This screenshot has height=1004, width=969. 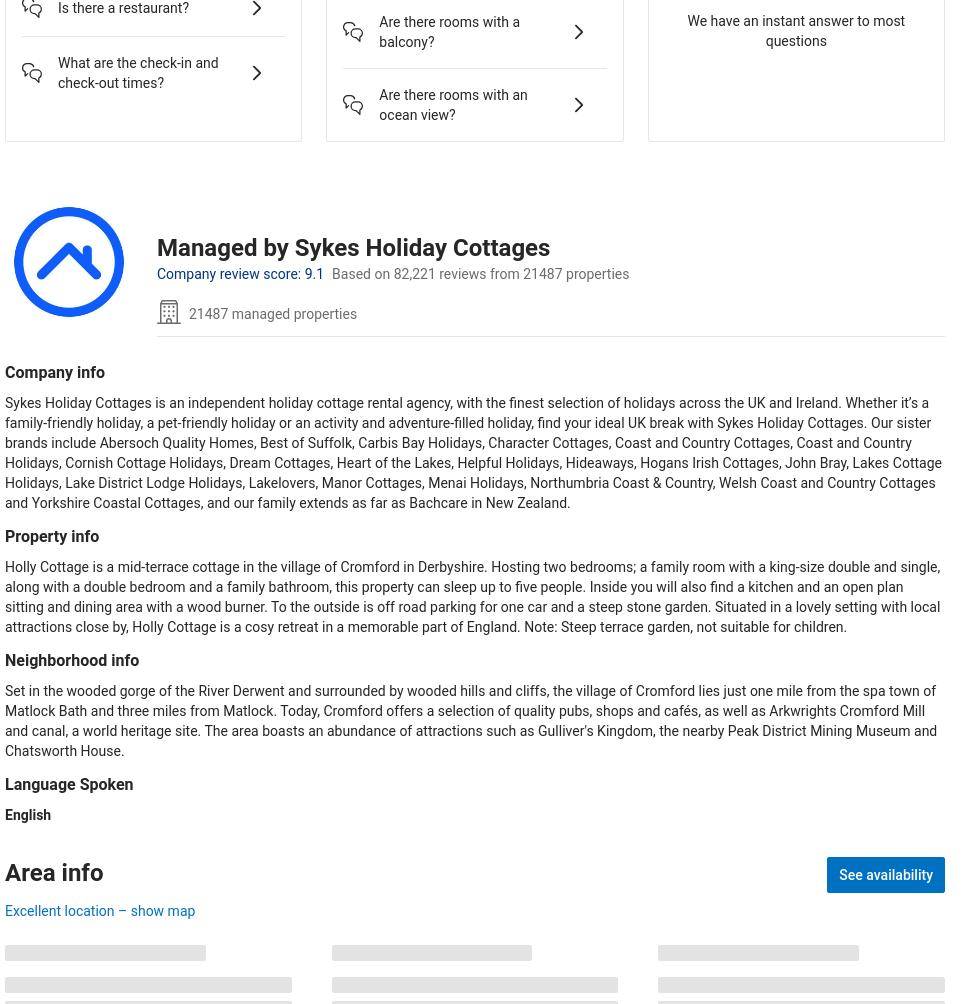 What do you see at coordinates (28, 814) in the screenshot?
I see `'English'` at bounding box center [28, 814].